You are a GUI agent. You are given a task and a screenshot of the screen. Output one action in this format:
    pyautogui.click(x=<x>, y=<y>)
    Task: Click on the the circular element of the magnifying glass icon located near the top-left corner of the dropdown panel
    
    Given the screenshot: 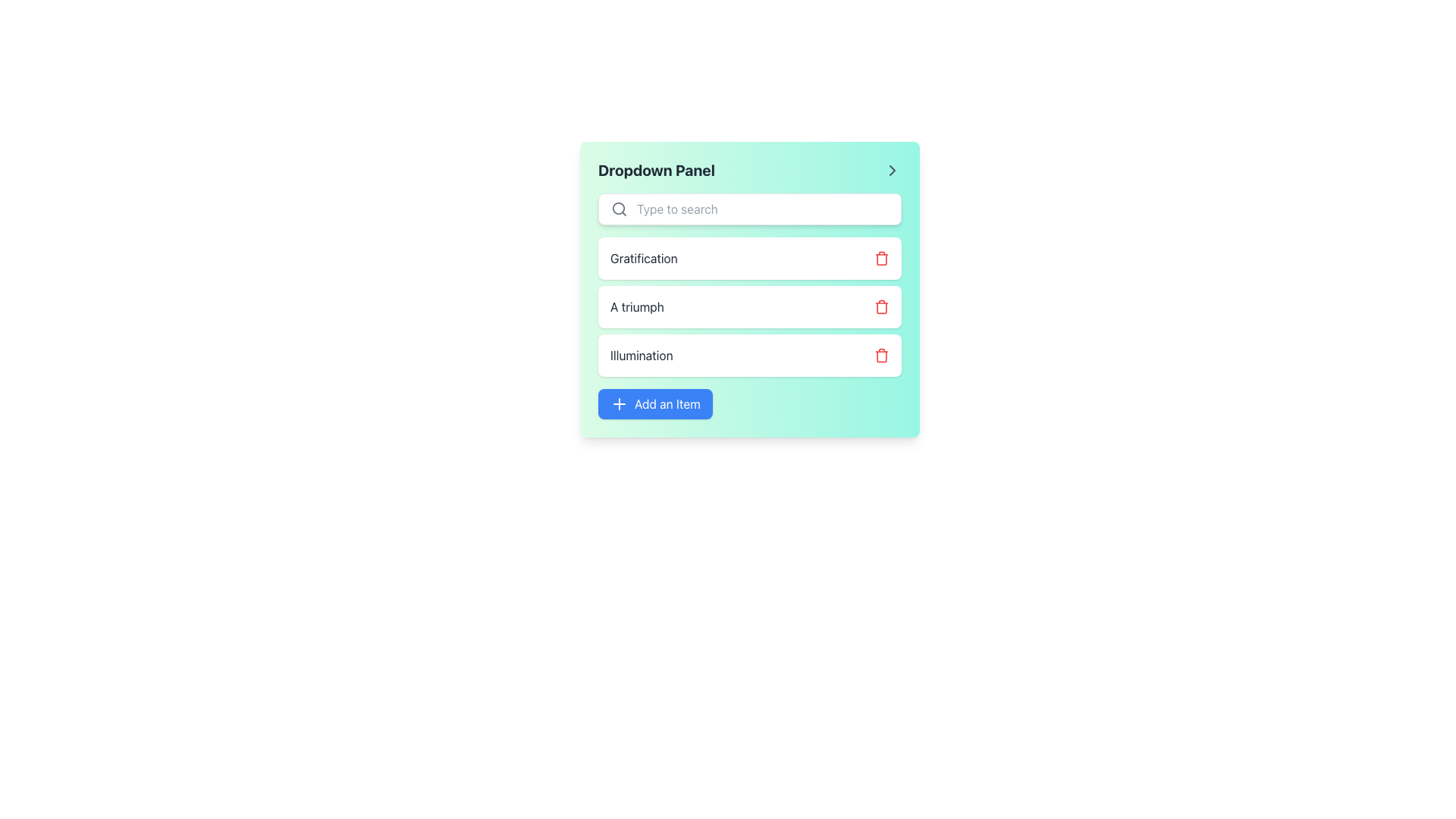 What is the action you would take?
    pyautogui.click(x=619, y=209)
    